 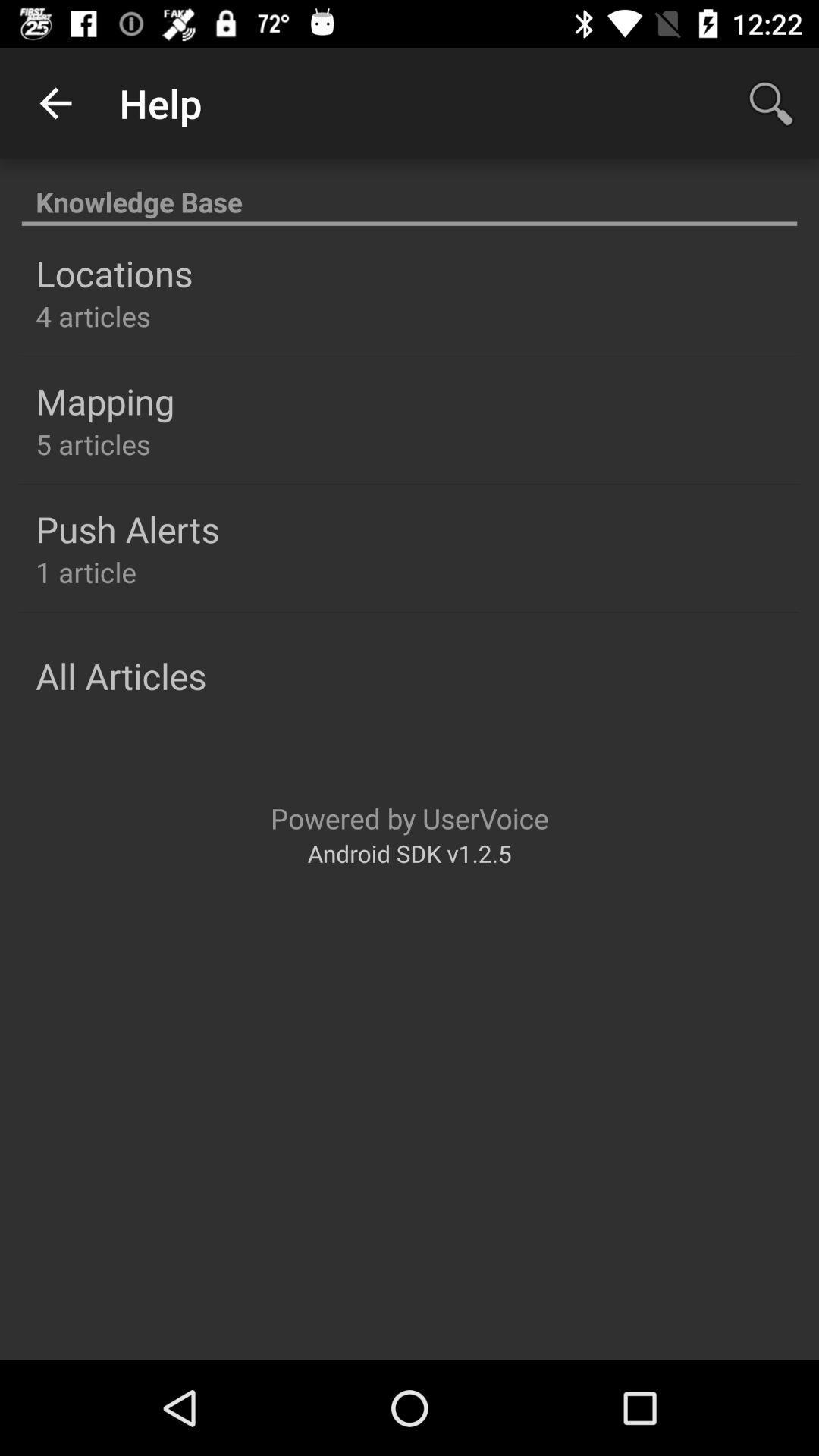 What do you see at coordinates (113, 273) in the screenshot?
I see `the locations` at bounding box center [113, 273].